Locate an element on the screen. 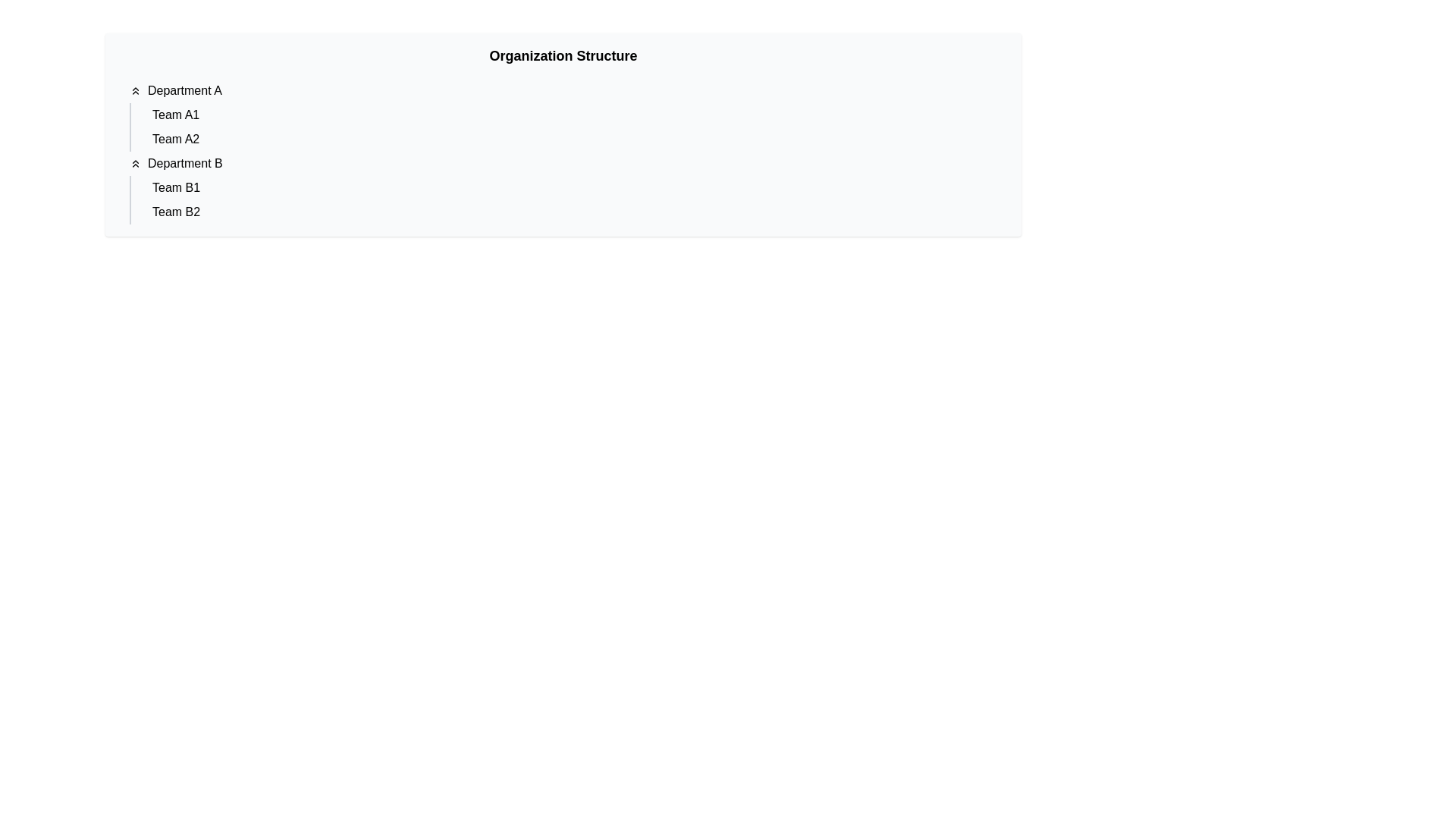  the small icon button with a double-chevron pointing upwards, located to the left of the text 'Department A' is located at coordinates (135, 90).